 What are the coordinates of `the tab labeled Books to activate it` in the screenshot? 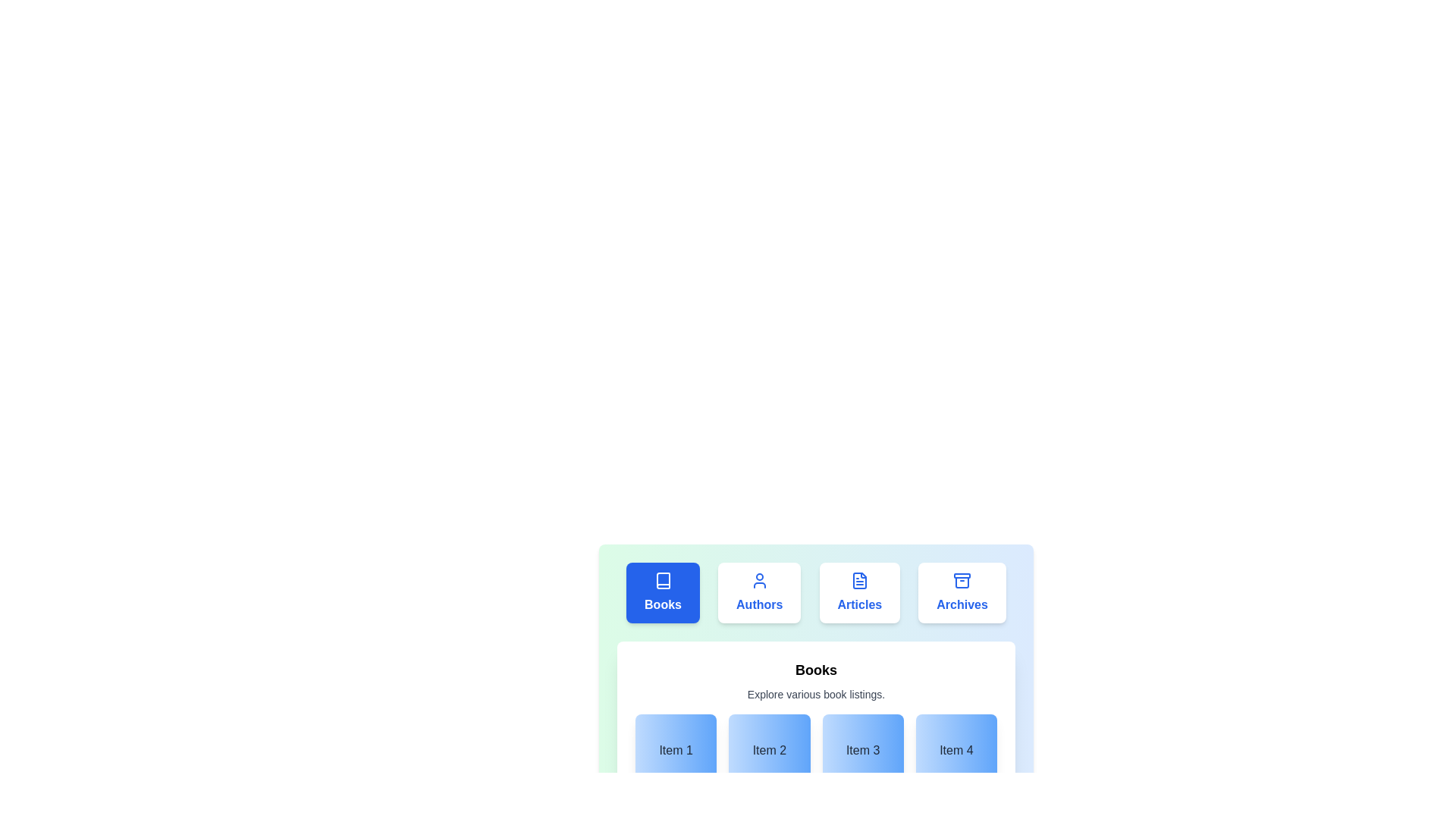 It's located at (663, 592).